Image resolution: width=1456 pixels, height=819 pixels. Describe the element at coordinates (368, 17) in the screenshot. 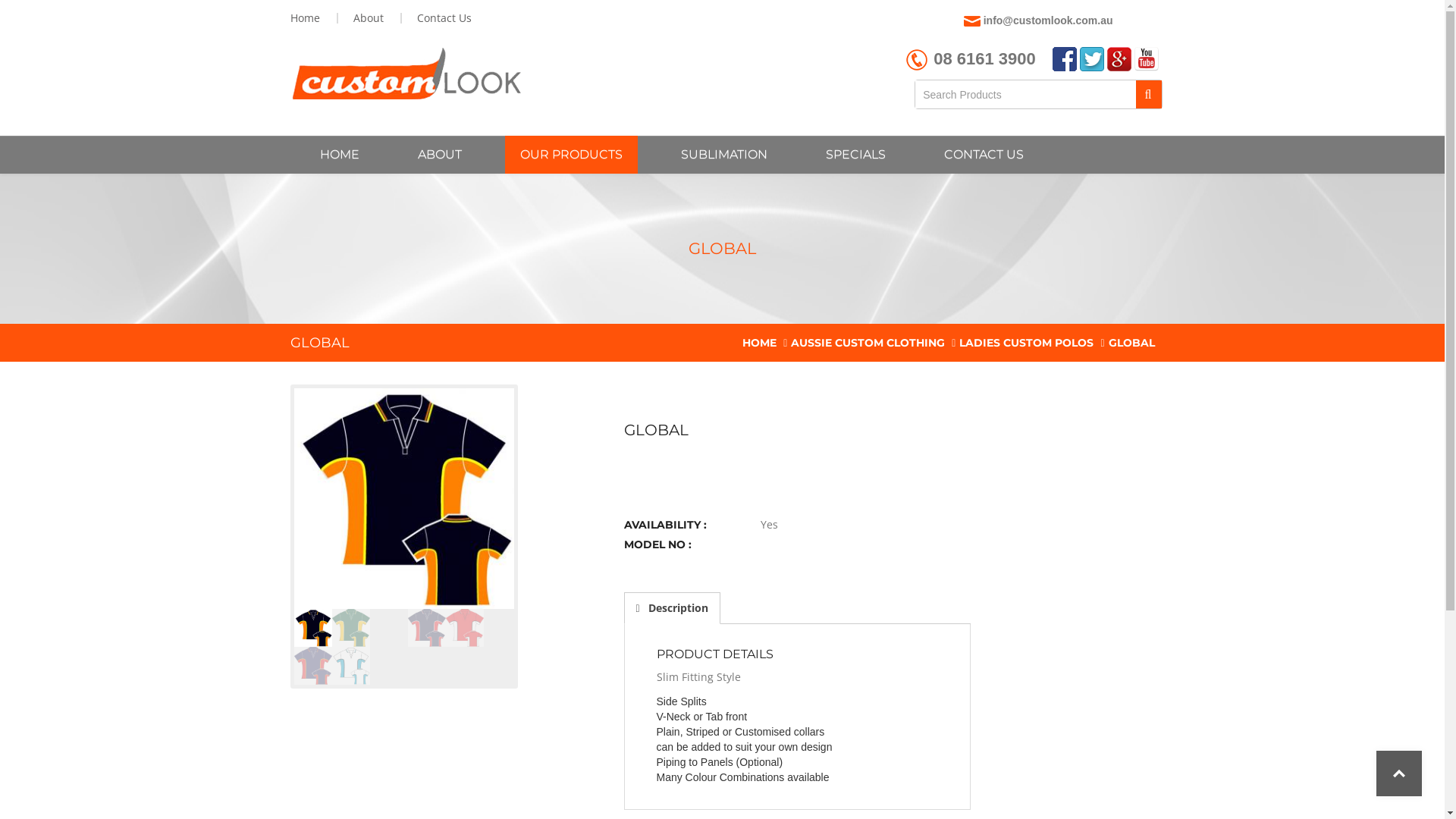

I see `'About'` at that location.